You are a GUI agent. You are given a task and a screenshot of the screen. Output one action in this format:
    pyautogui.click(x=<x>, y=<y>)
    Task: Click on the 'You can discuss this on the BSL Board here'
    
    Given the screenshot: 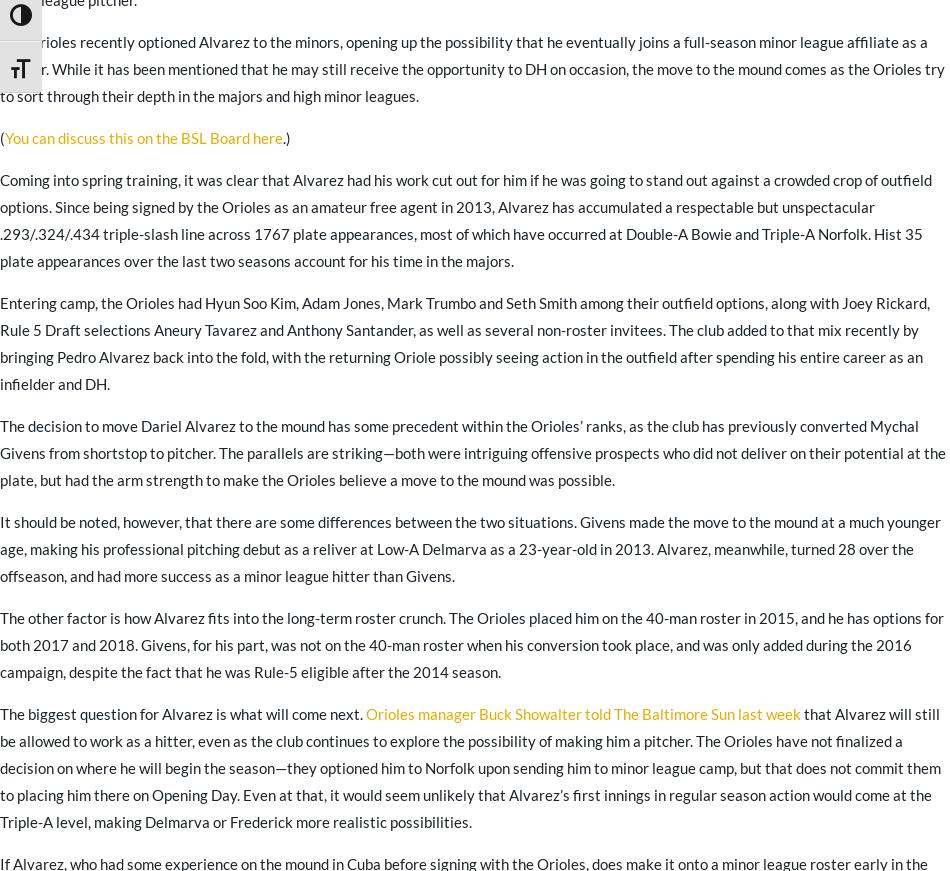 What is the action you would take?
    pyautogui.click(x=144, y=136)
    